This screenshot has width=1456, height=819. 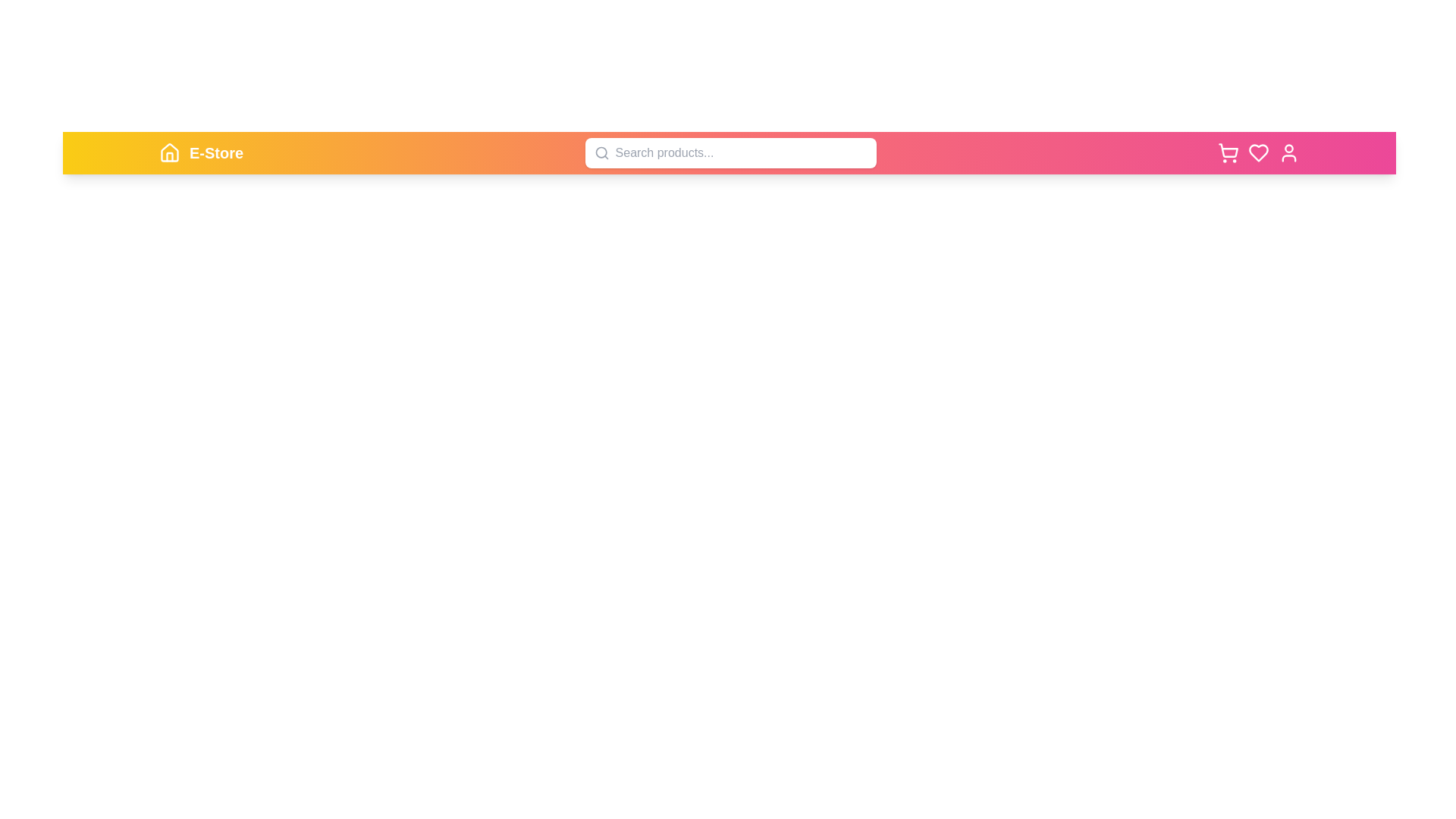 I want to click on the home icon to see the hover effect, so click(x=170, y=152).